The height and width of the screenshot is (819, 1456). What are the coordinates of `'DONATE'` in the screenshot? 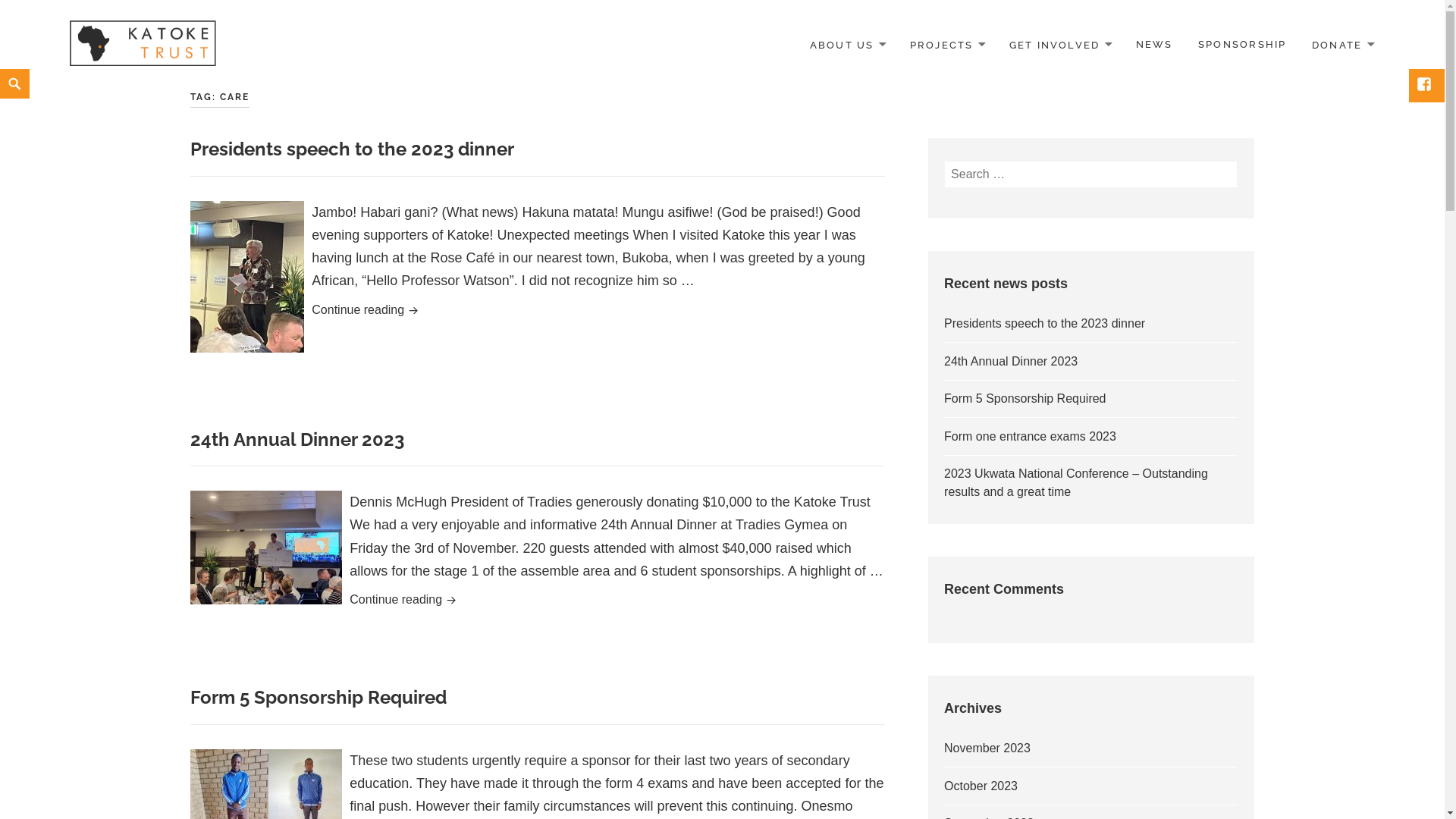 It's located at (1342, 44).